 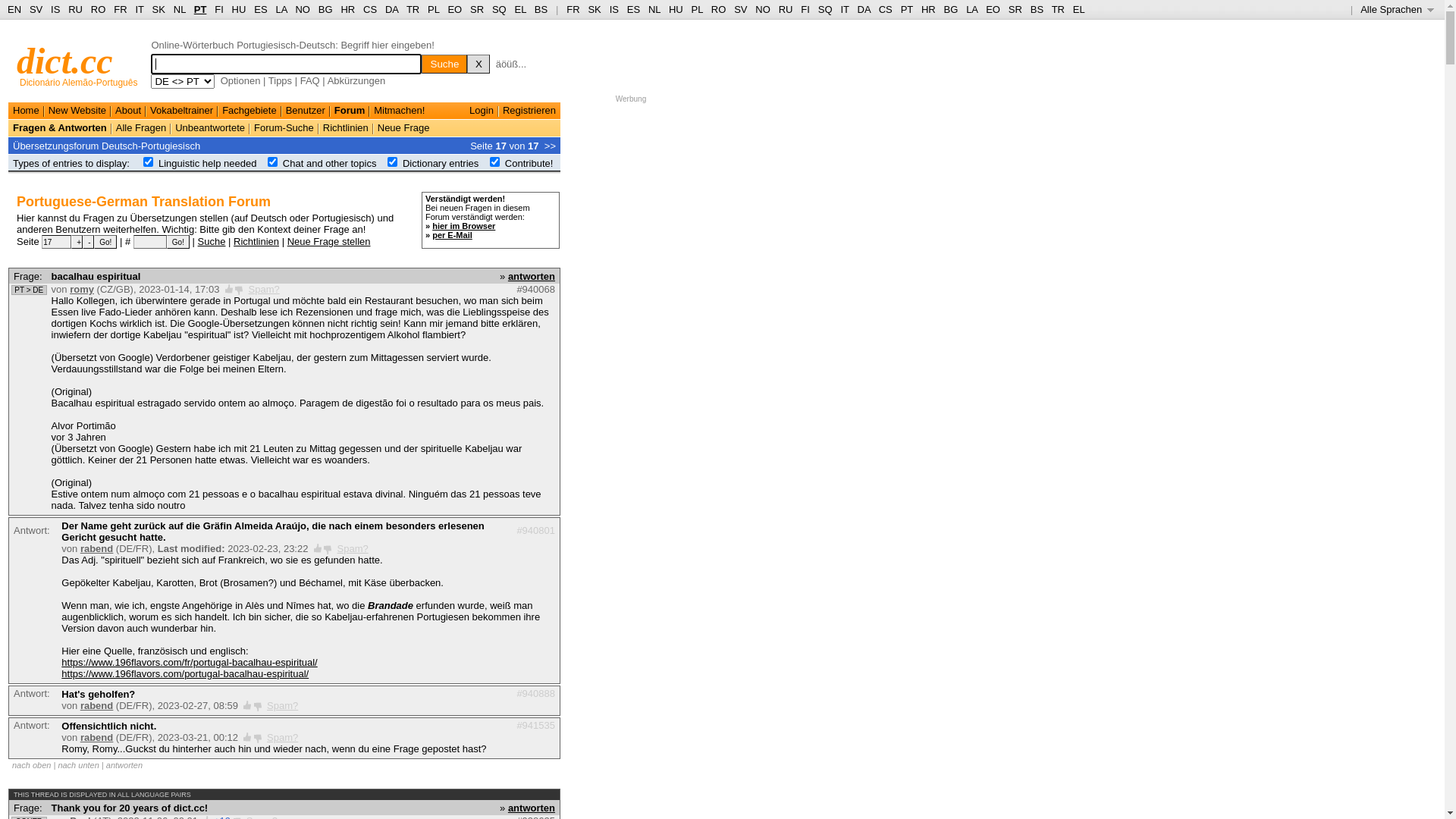 I want to click on 'Forum', so click(x=348, y=109).